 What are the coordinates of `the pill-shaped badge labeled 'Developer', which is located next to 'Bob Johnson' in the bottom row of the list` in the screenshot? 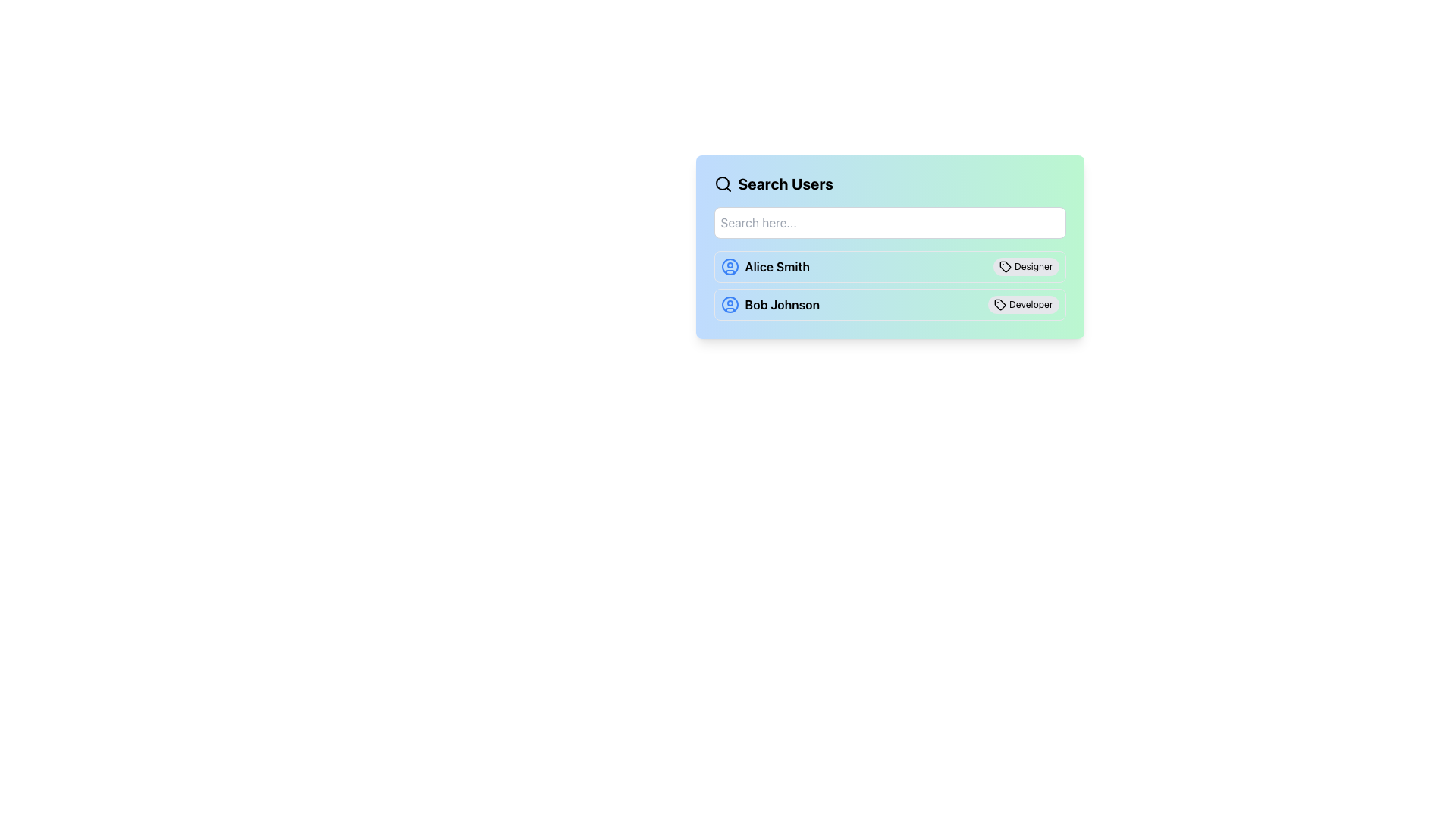 It's located at (1023, 304).